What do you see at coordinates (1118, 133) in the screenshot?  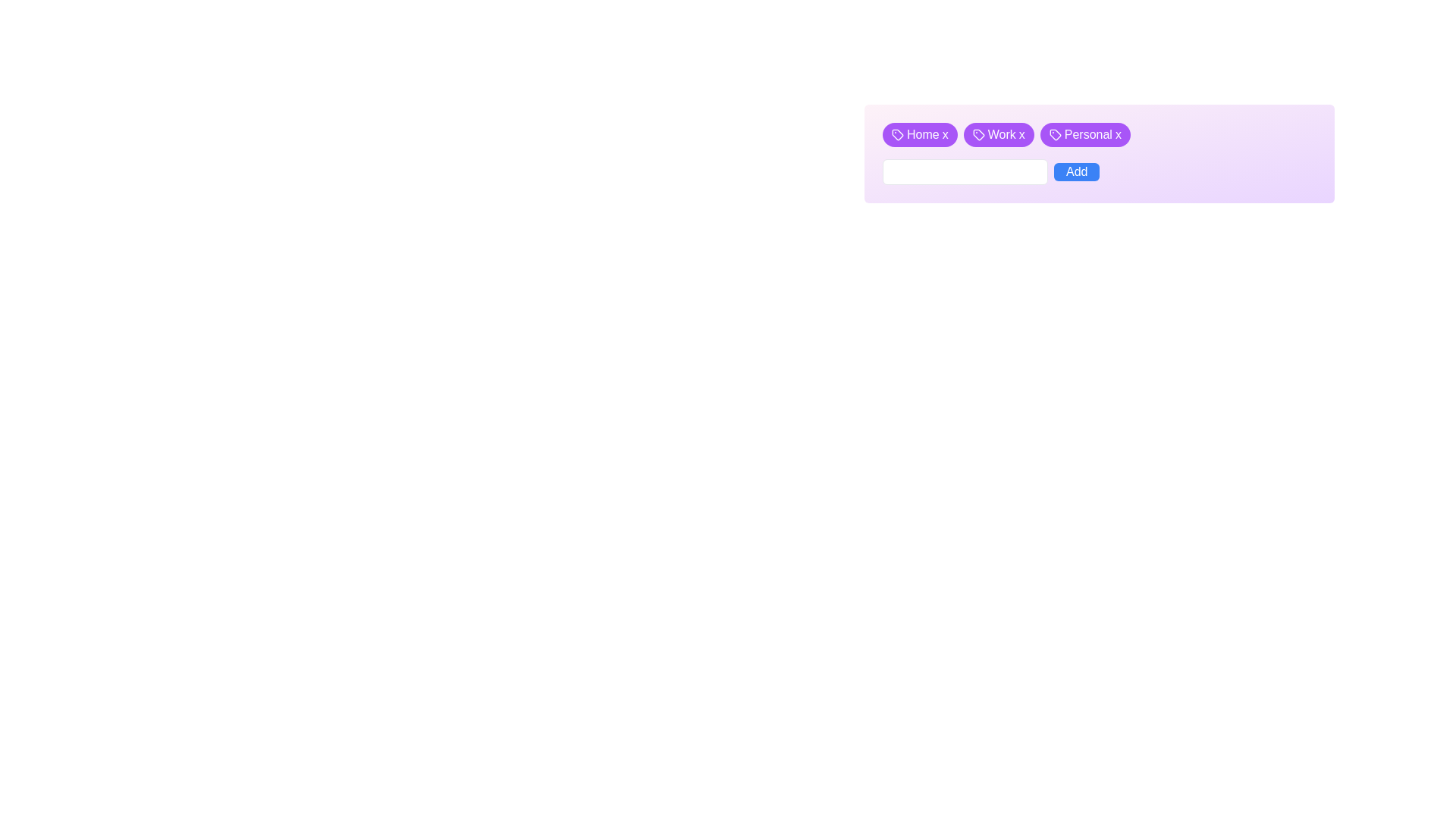 I see `the small 'x' button located at the right end of the 'Personal' tag to change its color to red` at bounding box center [1118, 133].